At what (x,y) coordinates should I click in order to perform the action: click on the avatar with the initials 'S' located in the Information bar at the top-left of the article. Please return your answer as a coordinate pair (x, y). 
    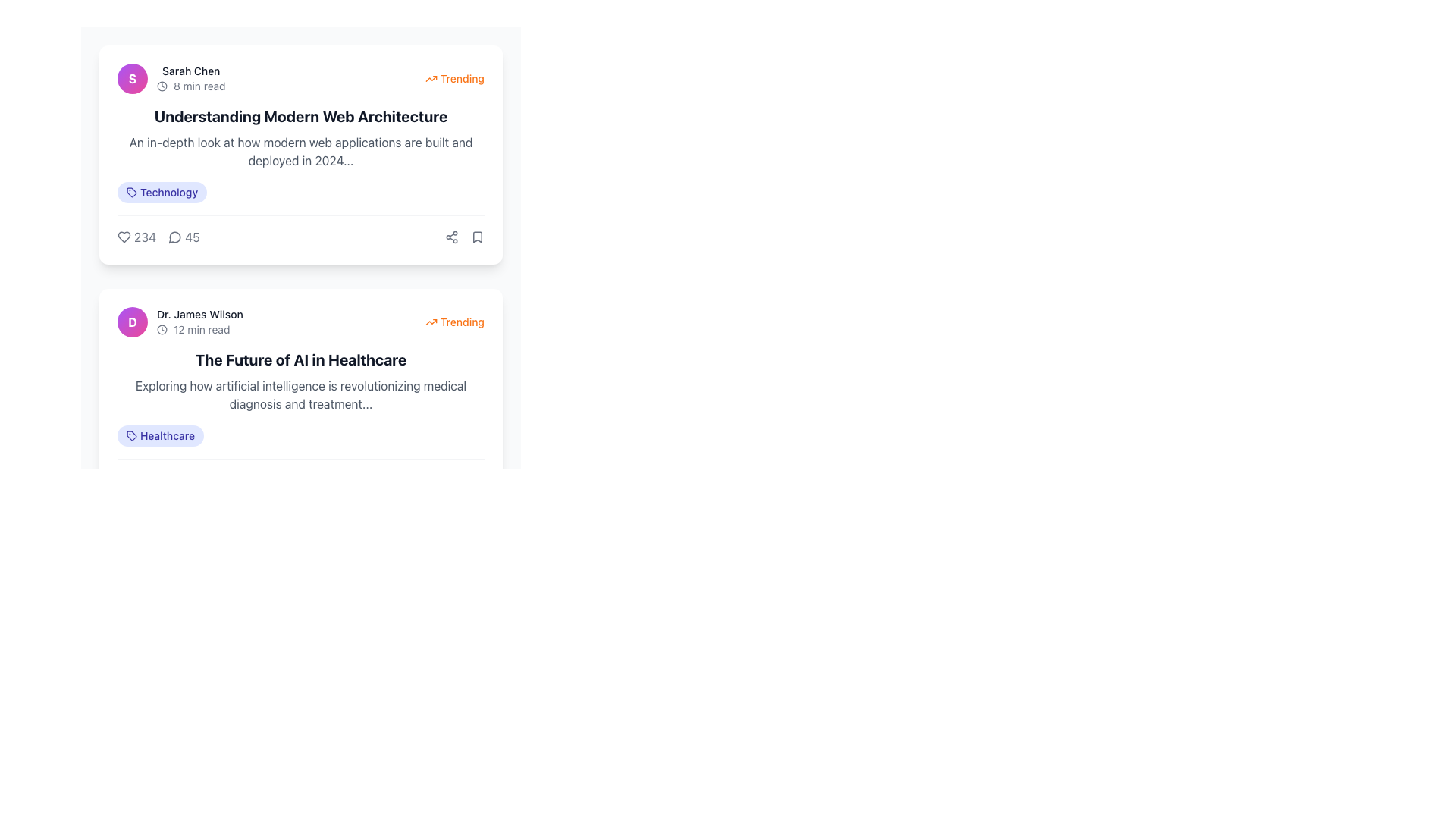
    Looking at the image, I should click on (301, 79).